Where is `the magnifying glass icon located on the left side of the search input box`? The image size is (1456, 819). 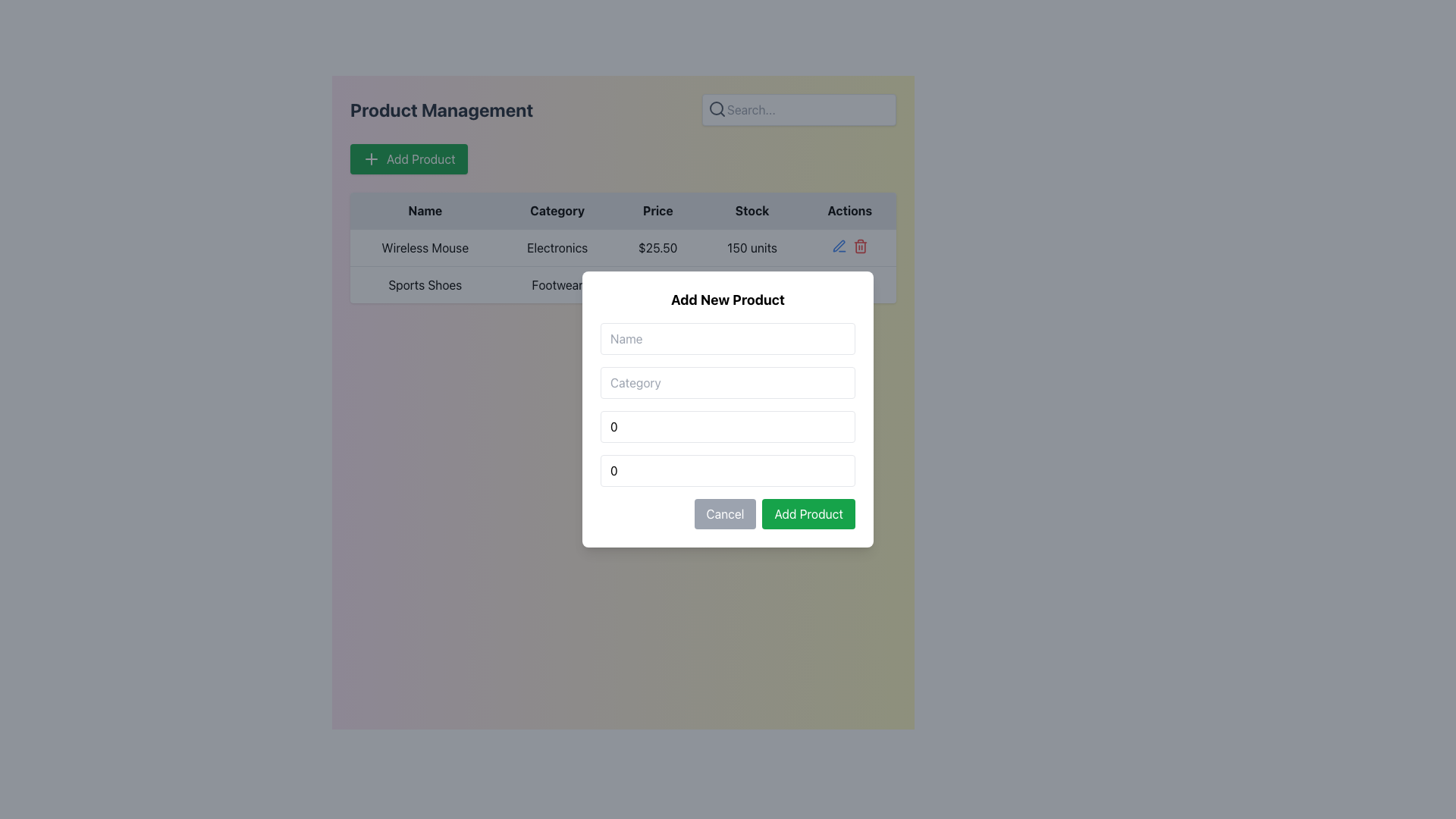 the magnifying glass icon located on the left side of the search input box is located at coordinates (716, 108).